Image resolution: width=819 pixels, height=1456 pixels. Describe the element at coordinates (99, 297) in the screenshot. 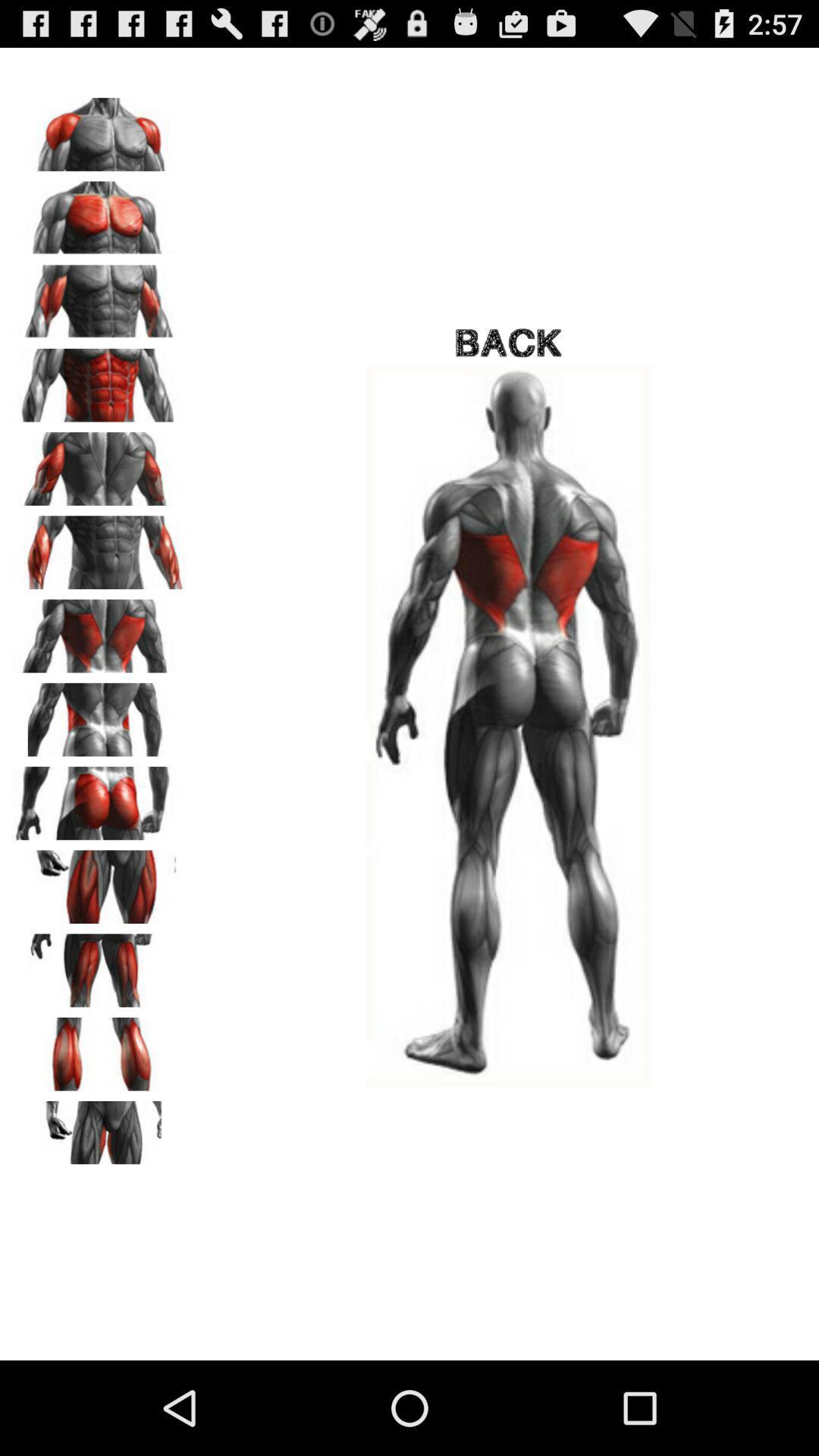

I see `grey back with red arms` at that location.